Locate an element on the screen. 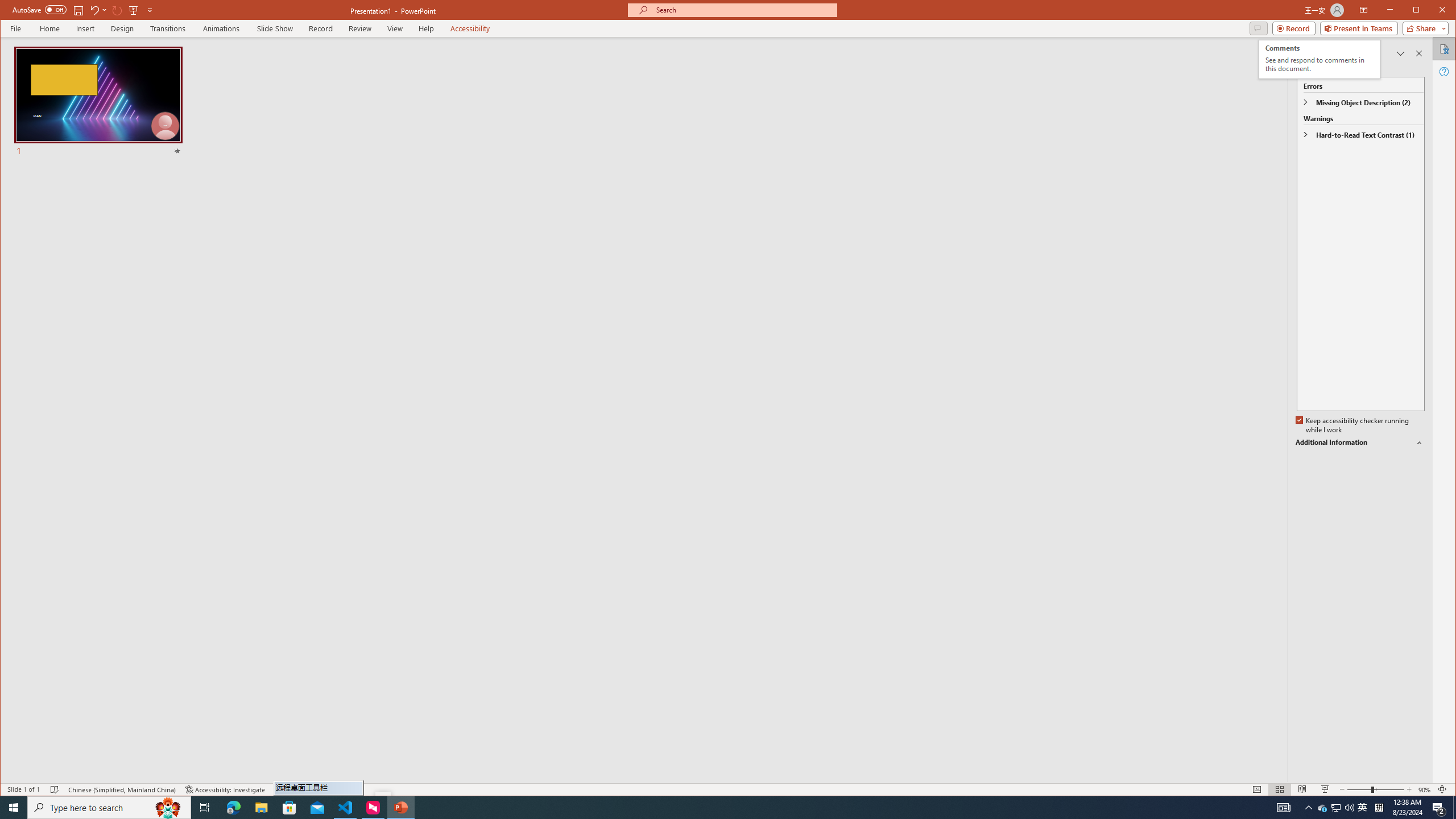 The width and height of the screenshot is (1456, 819). 'Zoom 90%' is located at coordinates (1363, 806).